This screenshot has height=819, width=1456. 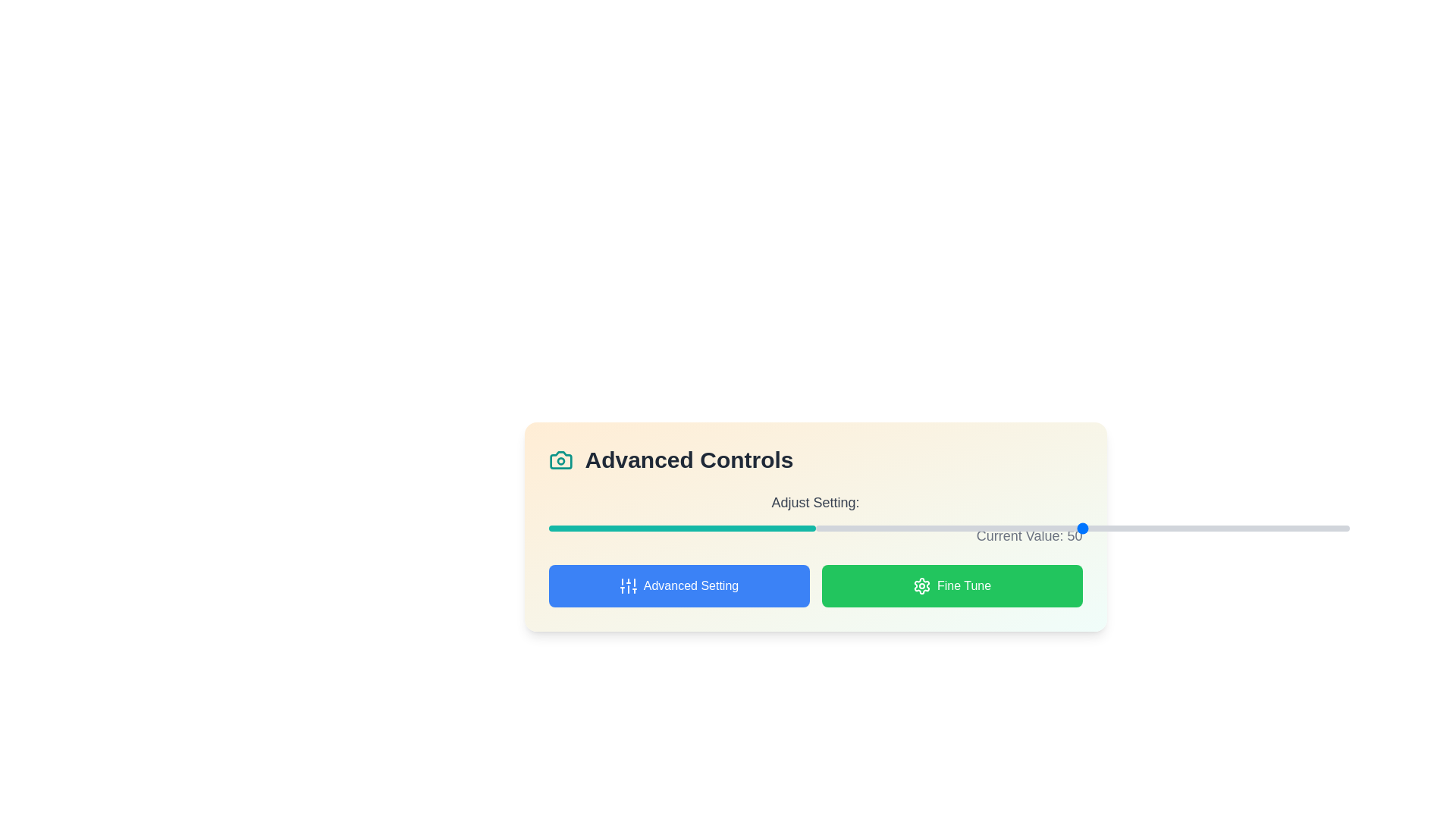 I want to click on the slider value, so click(x=1306, y=528).